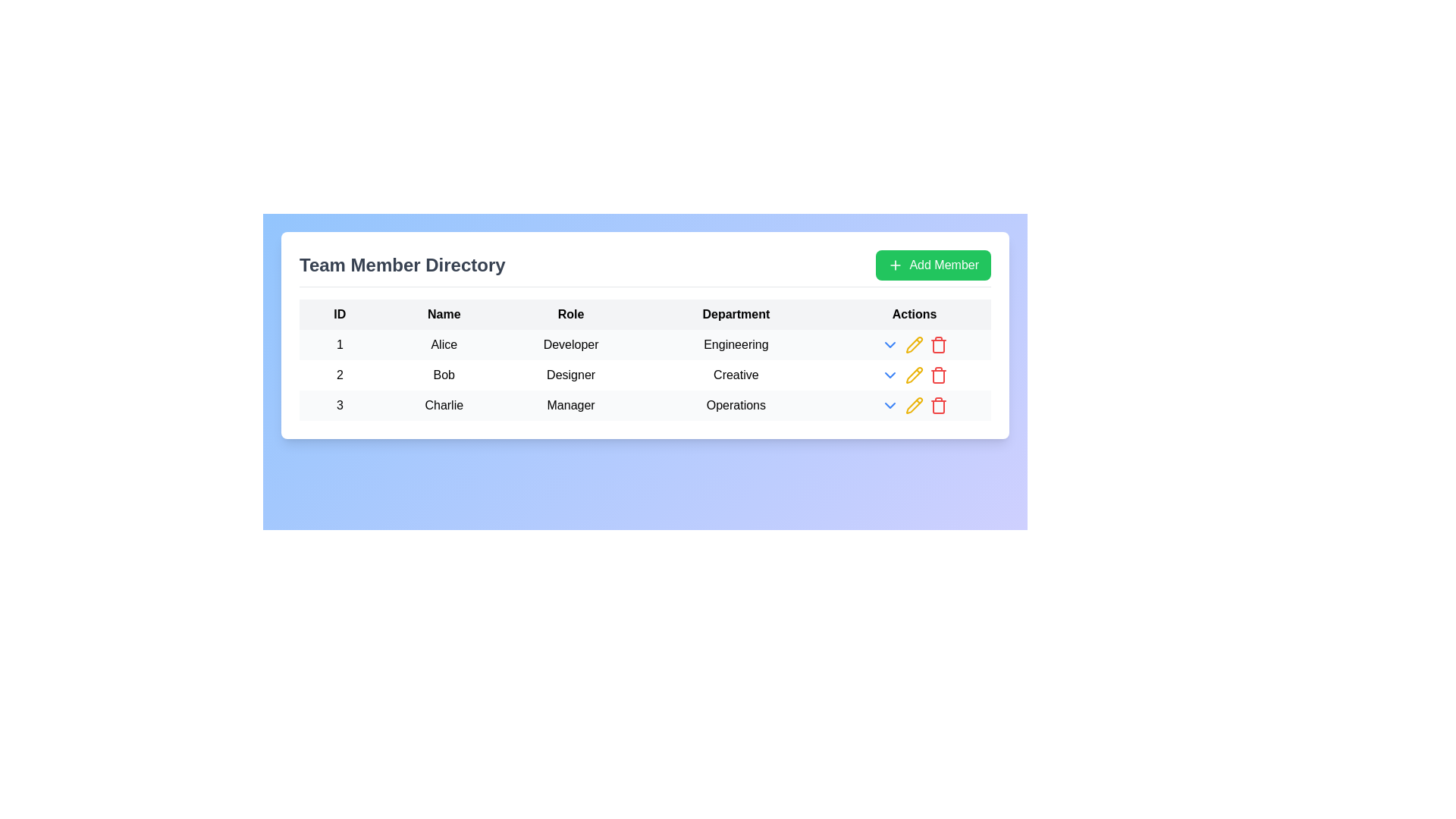  What do you see at coordinates (938, 376) in the screenshot?
I see `the trash icon in the 'Actions' column of the last row corresponding to Charlie` at bounding box center [938, 376].